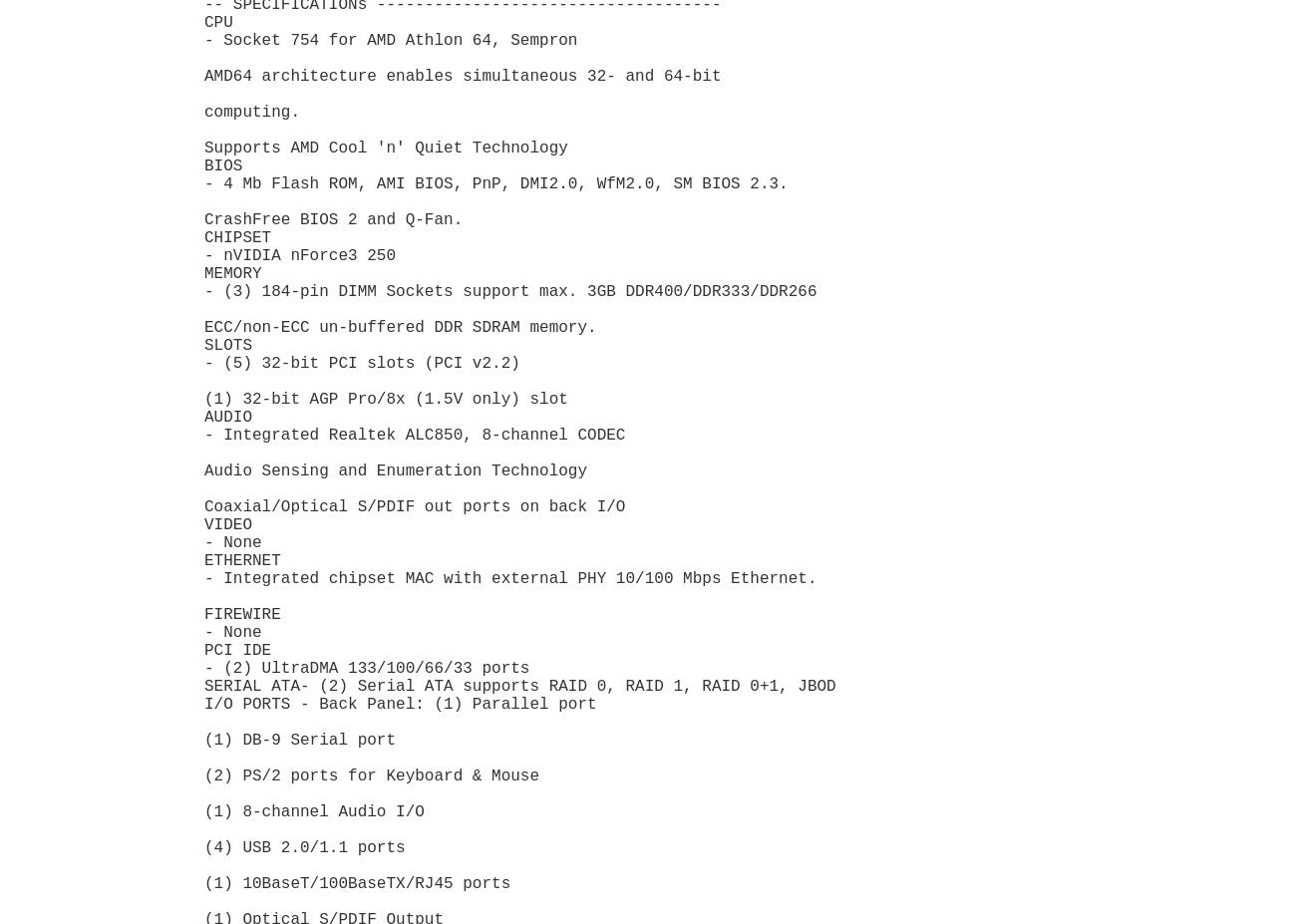 The width and height of the screenshot is (1296, 924). Describe the element at coordinates (390, 147) in the screenshot. I see `'Supports AMD Cool 'n' Quiet Technology'` at that location.